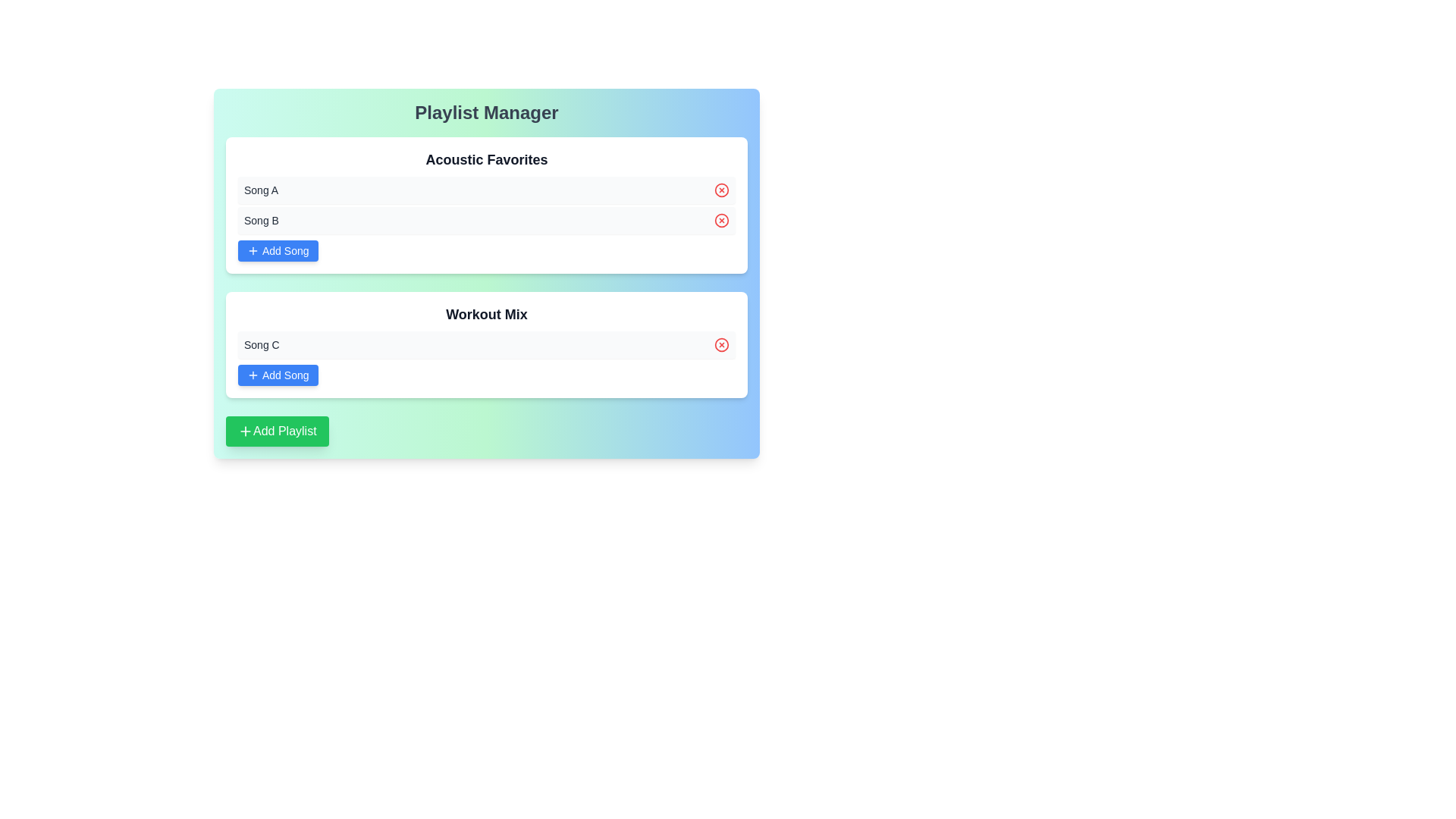 The width and height of the screenshot is (1456, 819). Describe the element at coordinates (262, 345) in the screenshot. I see `the text label displaying 'Song C' in the 'Workout Mix' section, which is the first item in the song list above the 'Add Song' button` at that location.